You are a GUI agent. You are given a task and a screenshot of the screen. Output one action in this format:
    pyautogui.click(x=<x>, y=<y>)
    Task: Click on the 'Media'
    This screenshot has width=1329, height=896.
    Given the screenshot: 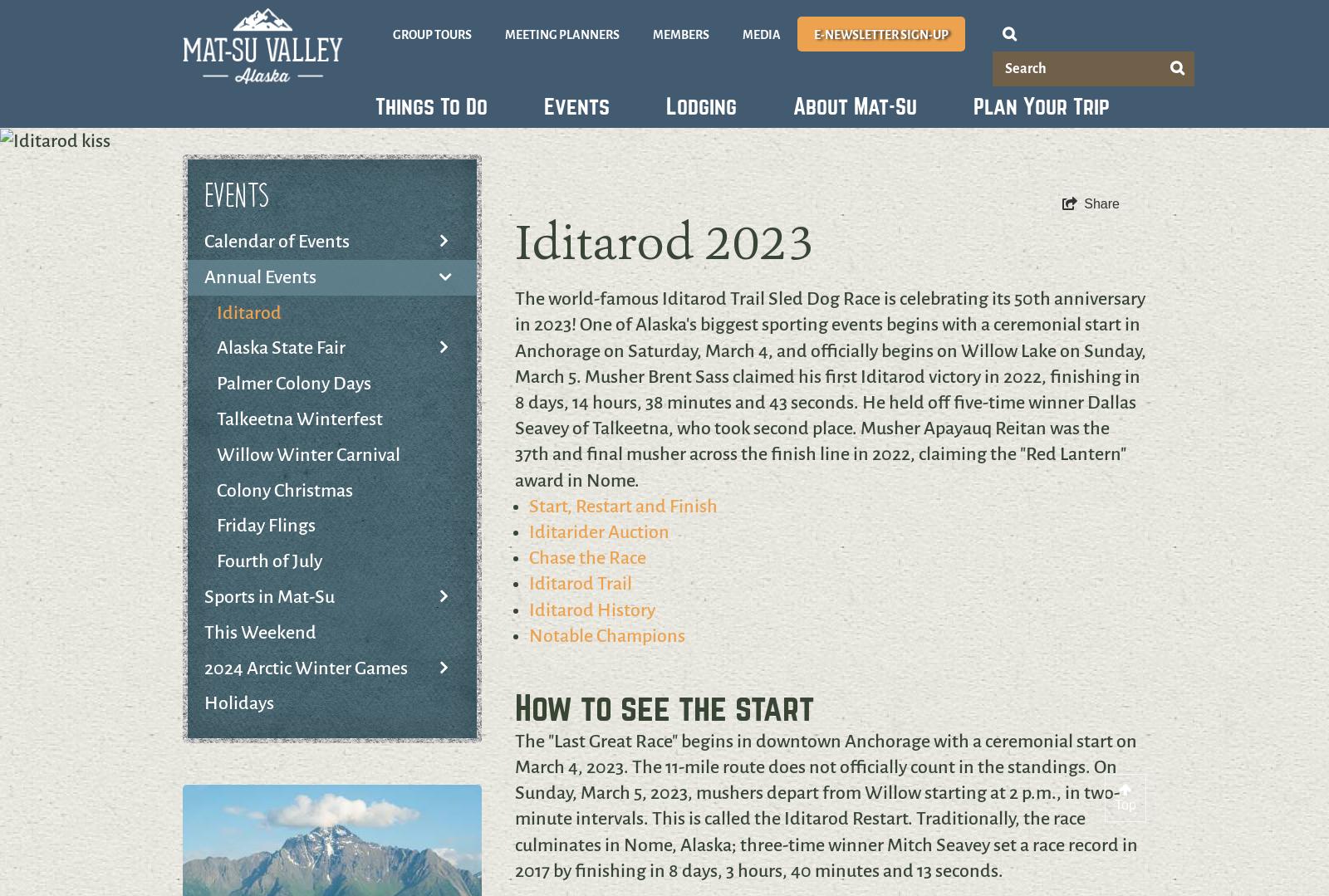 What is the action you would take?
    pyautogui.click(x=760, y=34)
    